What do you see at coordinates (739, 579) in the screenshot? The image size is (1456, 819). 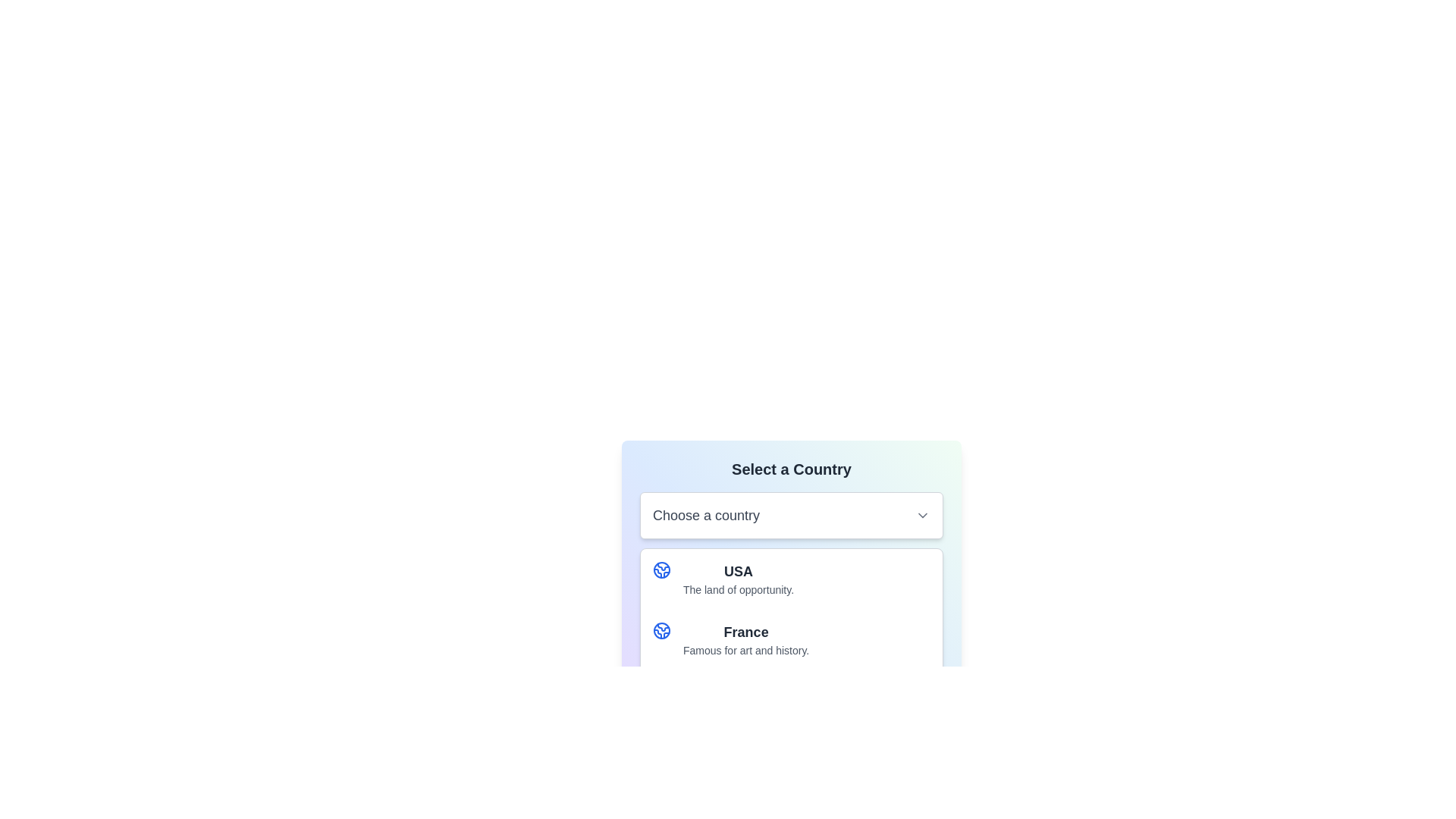 I see `keyboard navigation` at bounding box center [739, 579].